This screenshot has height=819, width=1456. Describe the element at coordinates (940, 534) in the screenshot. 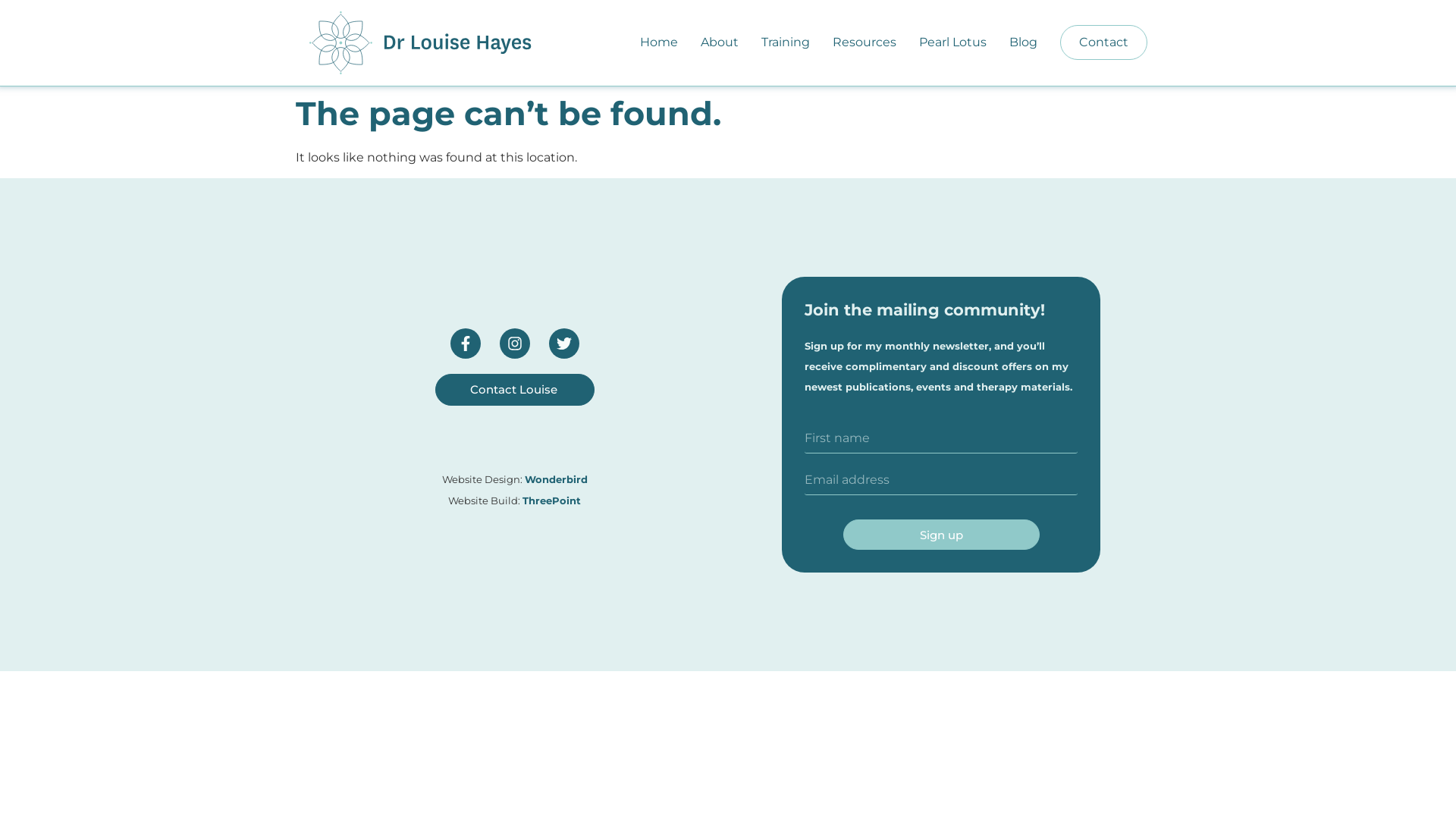

I see `'Sign up'` at that location.